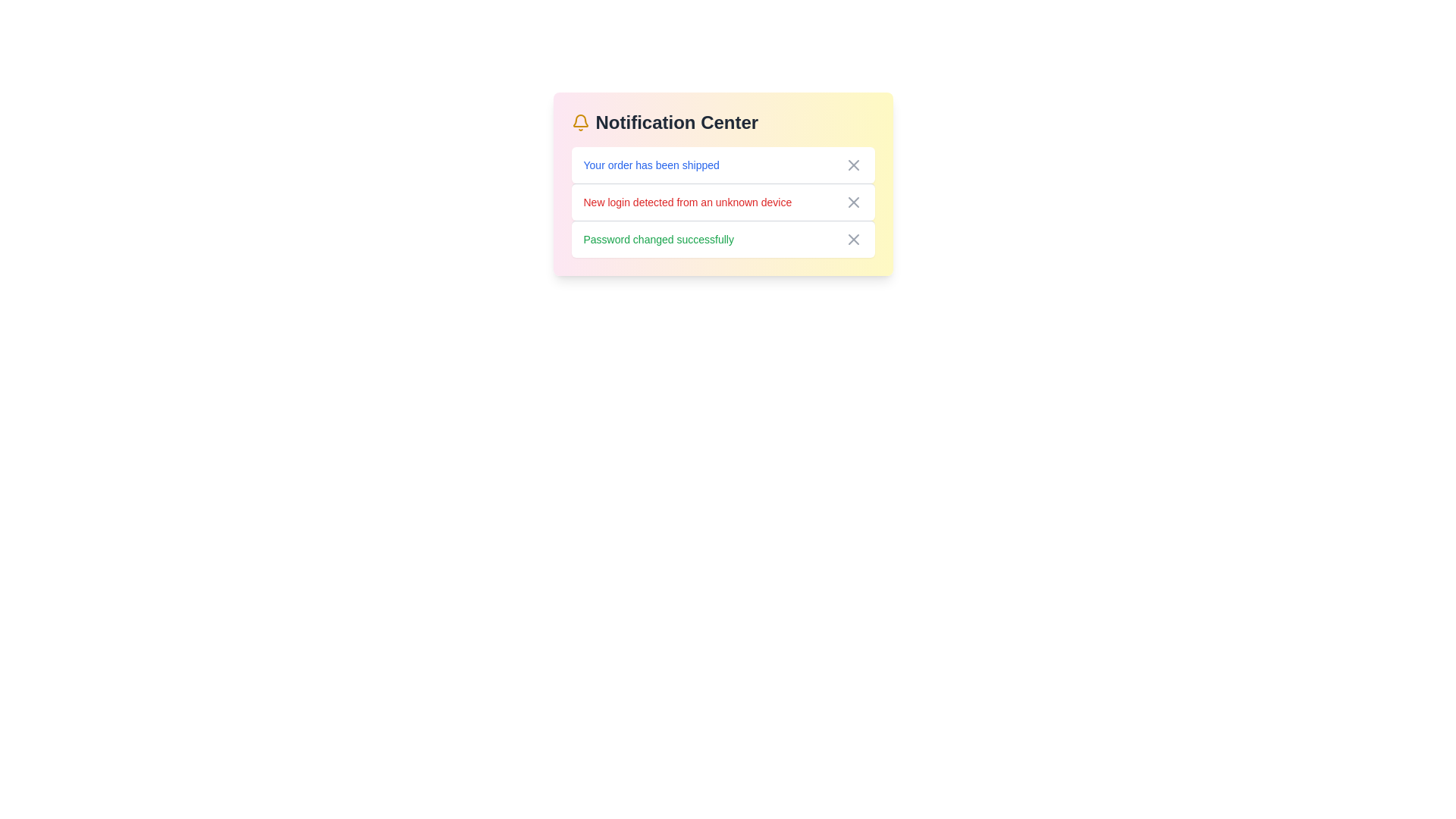 The height and width of the screenshot is (819, 1456). I want to click on the notification center icon (bell symbol), so click(579, 122).